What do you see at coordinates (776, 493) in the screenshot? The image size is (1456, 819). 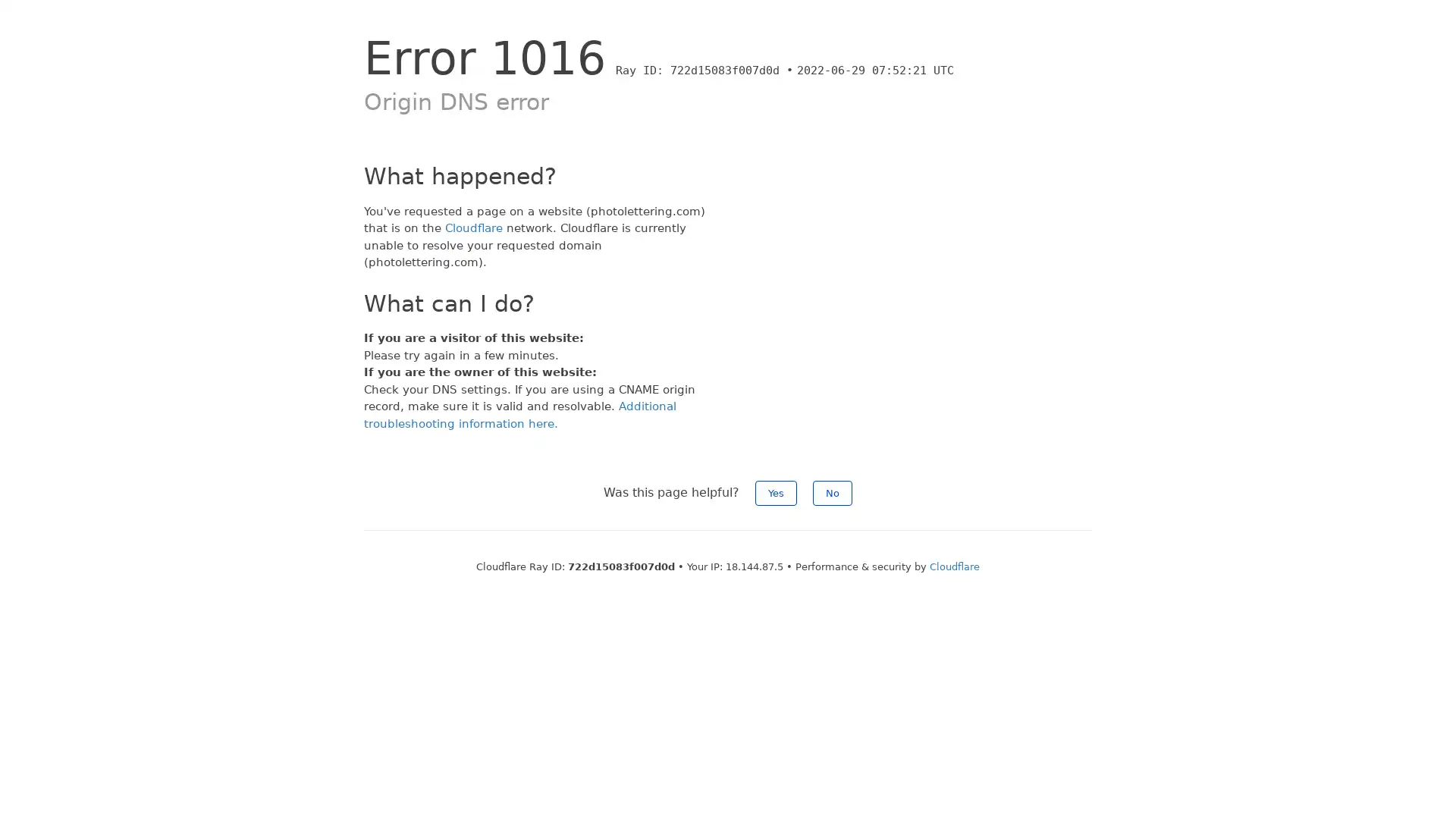 I see `Yes` at bounding box center [776, 493].